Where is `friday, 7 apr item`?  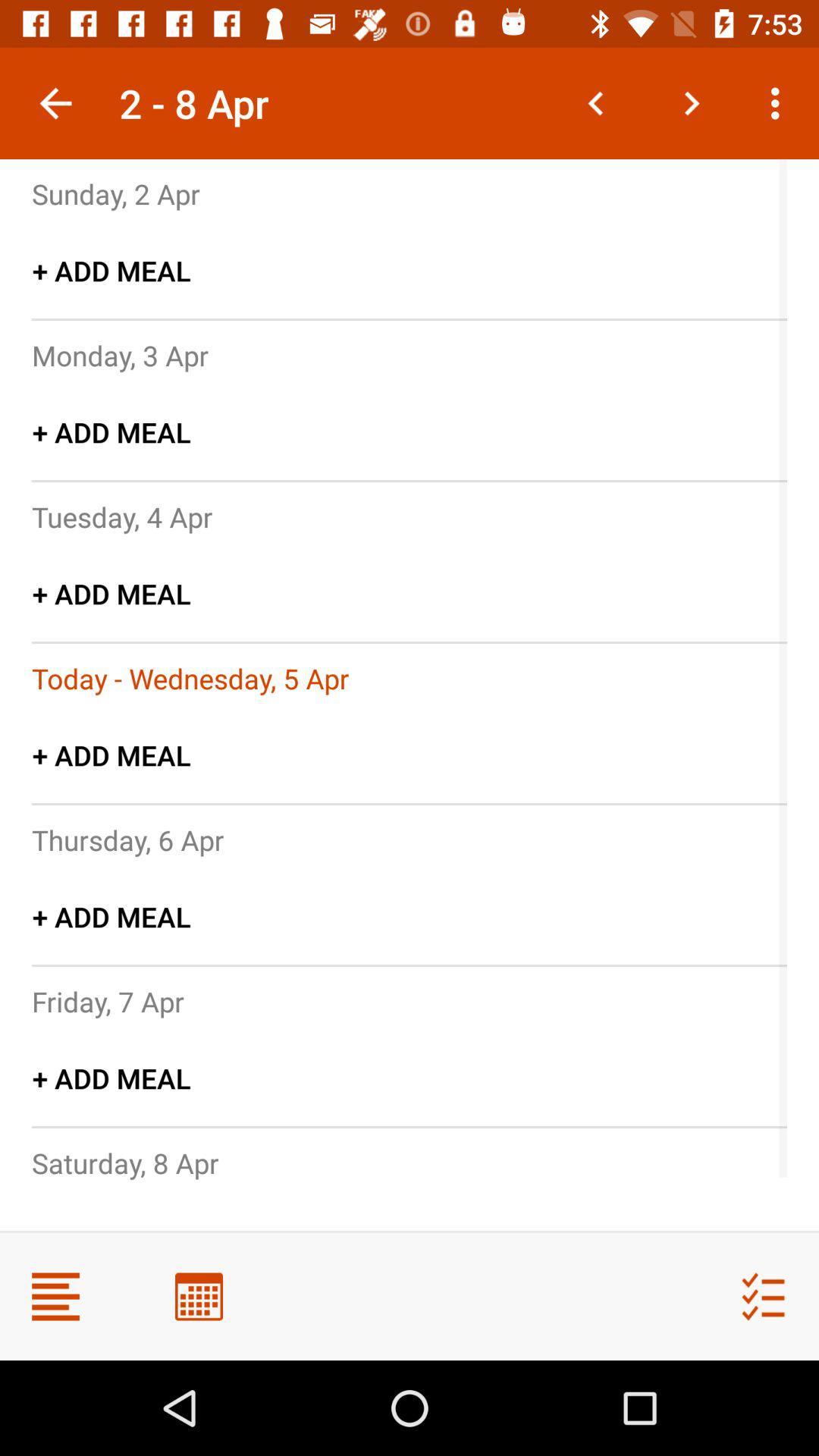
friday, 7 apr item is located at coordinates (107, 1001).